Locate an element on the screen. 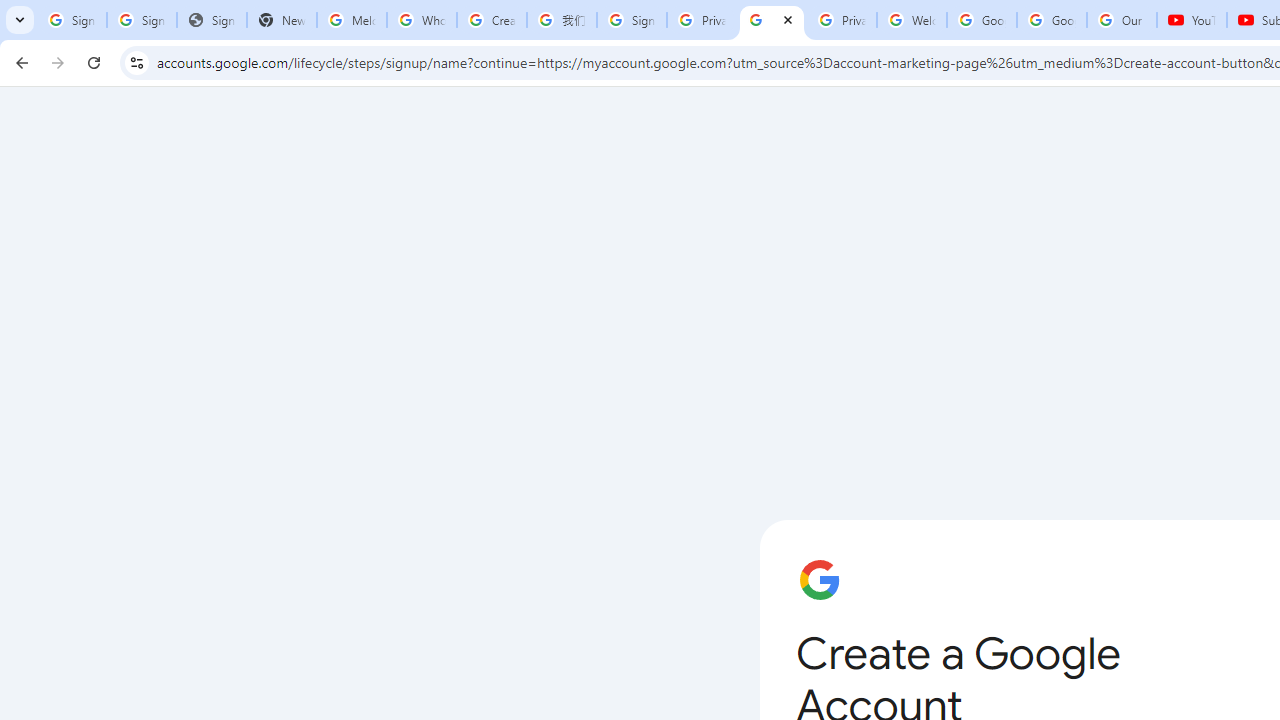  'Create your Google Account' is located at coordinates (492, 20).